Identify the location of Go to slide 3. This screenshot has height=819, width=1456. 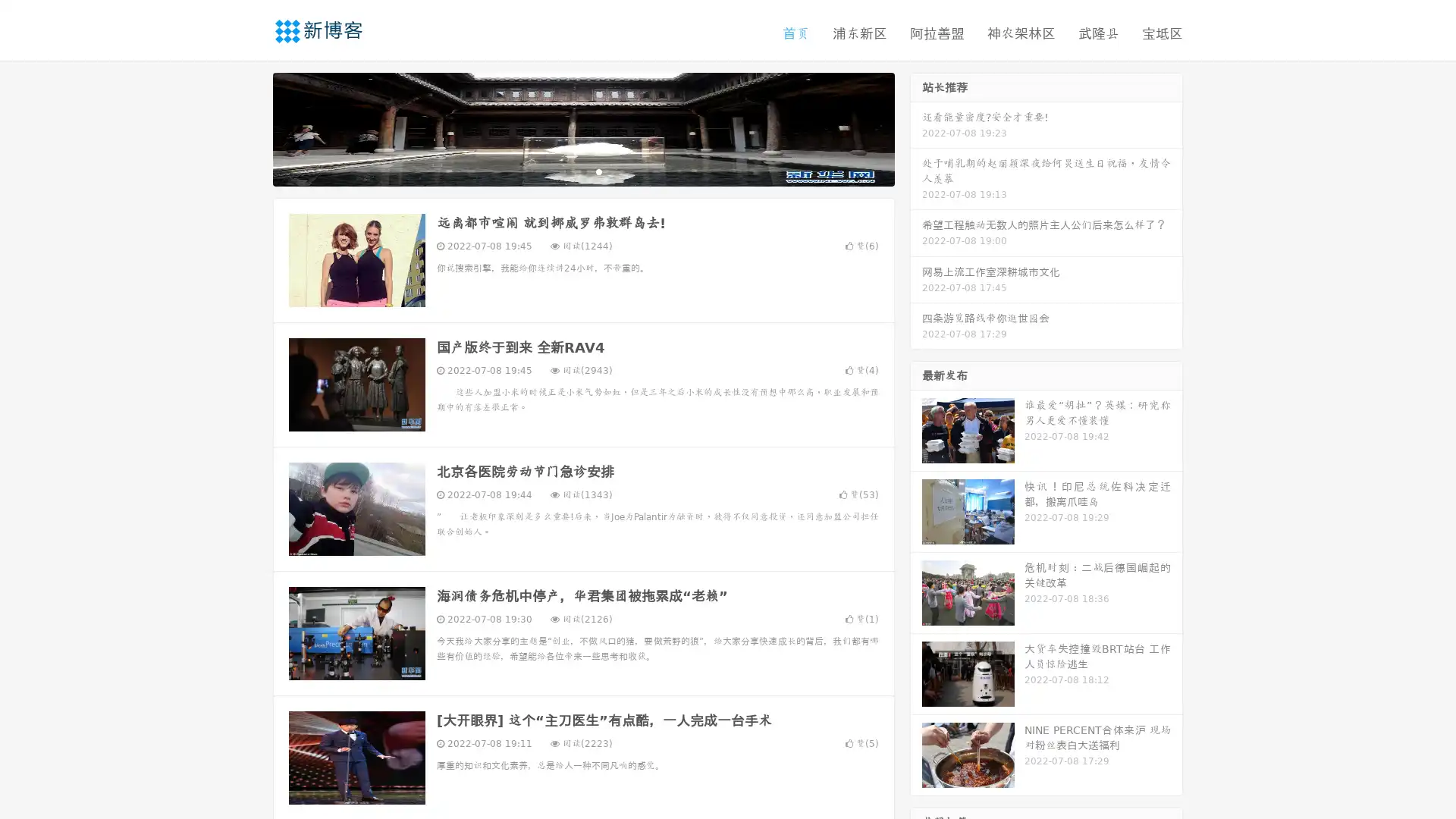
(598, 171).